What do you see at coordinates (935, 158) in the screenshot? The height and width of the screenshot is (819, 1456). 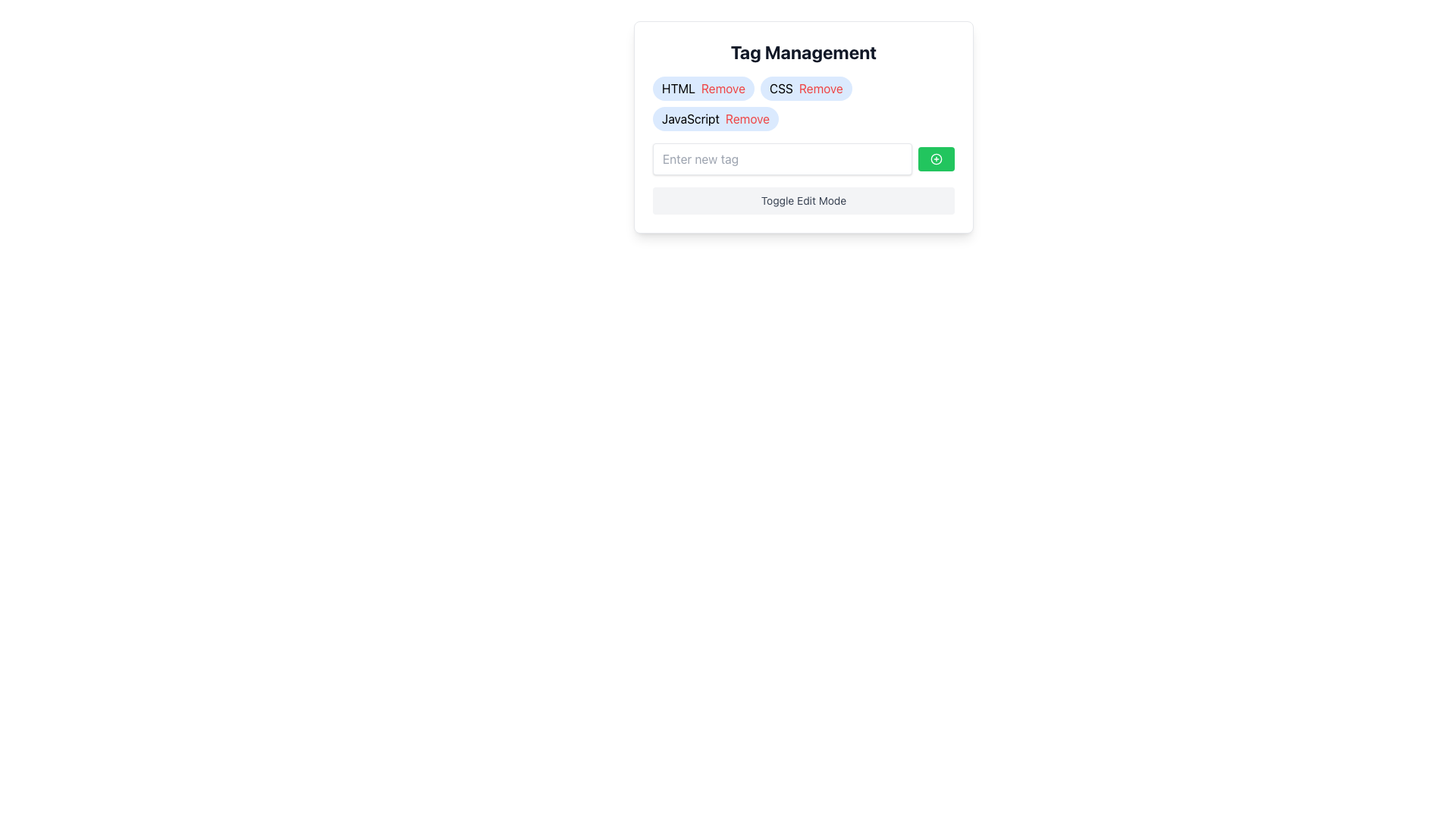 I see `the circular plus icon button with a green background and white plus symbol` at bounding box center [935, 158].